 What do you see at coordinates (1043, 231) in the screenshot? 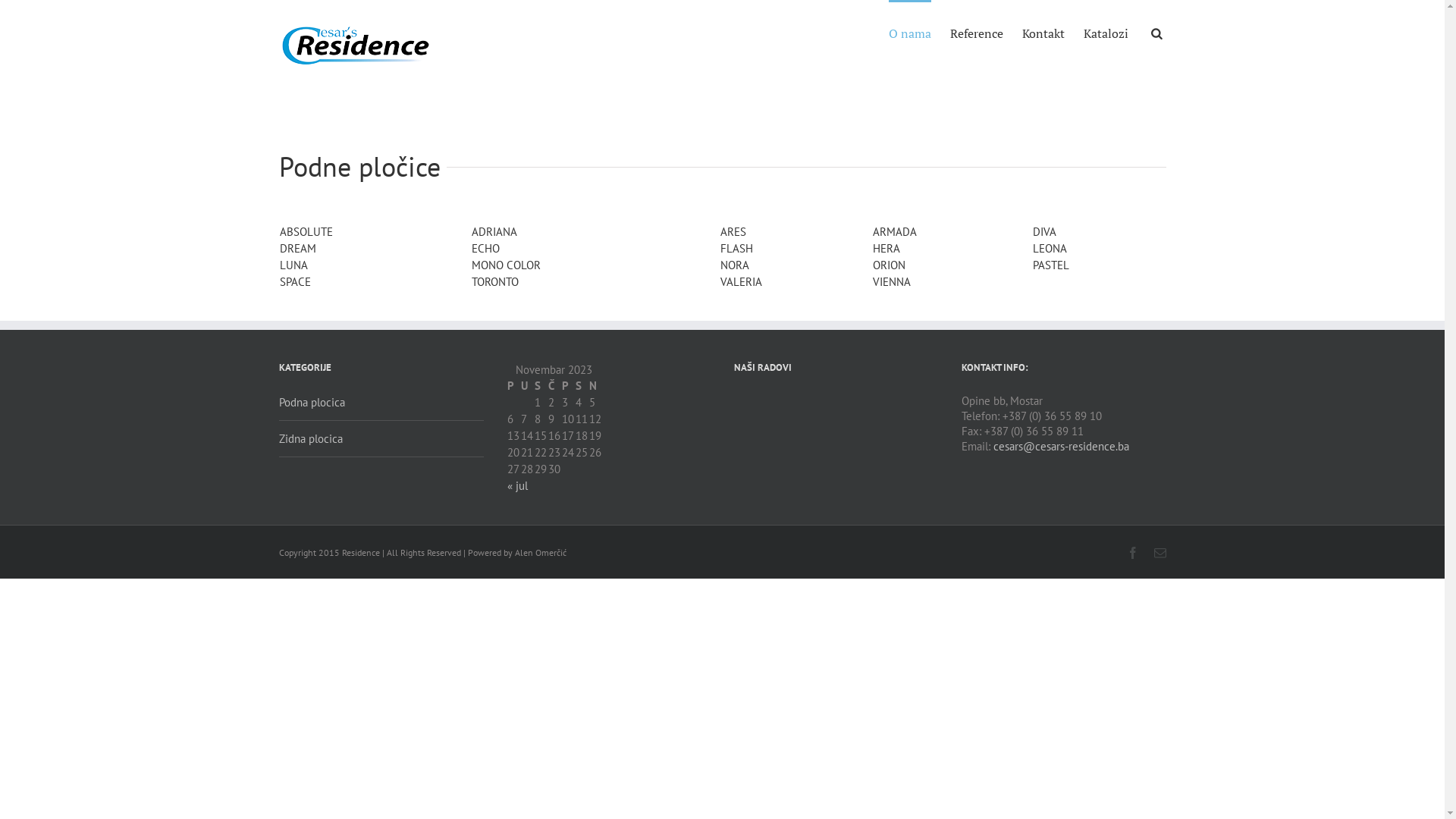
I see `'DIVA'` at bounding box center [1043, 231].